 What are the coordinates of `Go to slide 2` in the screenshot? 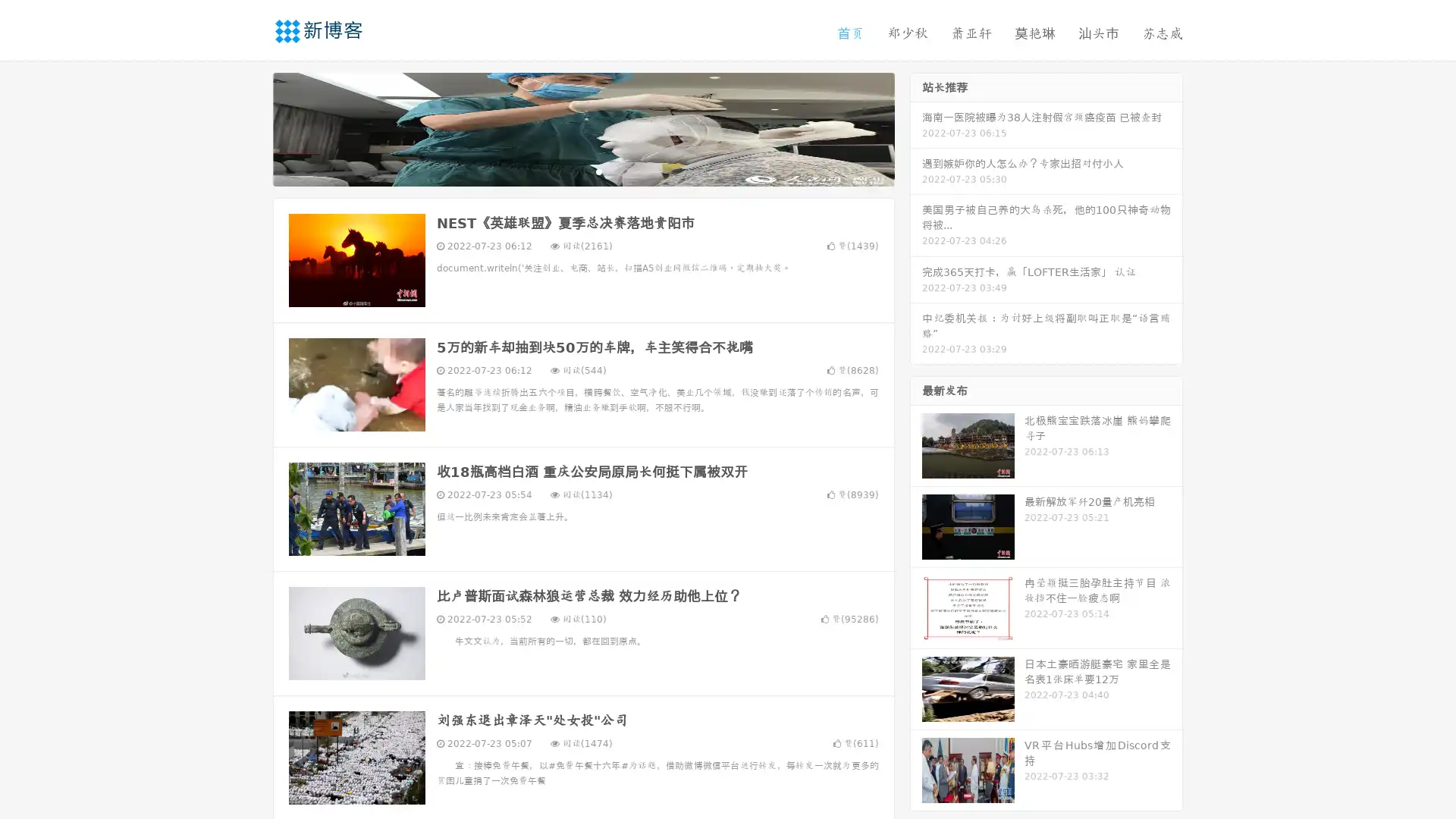 It's located at (582, 171).